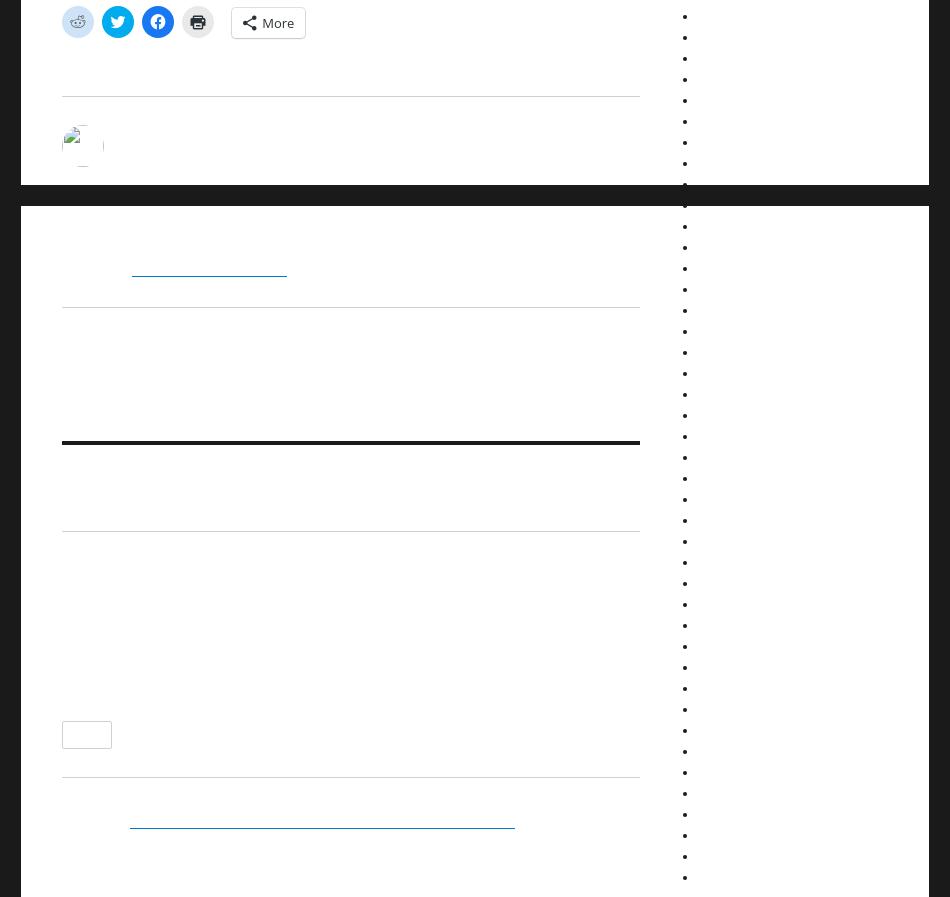 This screenshot has width=950, height=897. I want to click on 'February 2012', so click(734, 771).